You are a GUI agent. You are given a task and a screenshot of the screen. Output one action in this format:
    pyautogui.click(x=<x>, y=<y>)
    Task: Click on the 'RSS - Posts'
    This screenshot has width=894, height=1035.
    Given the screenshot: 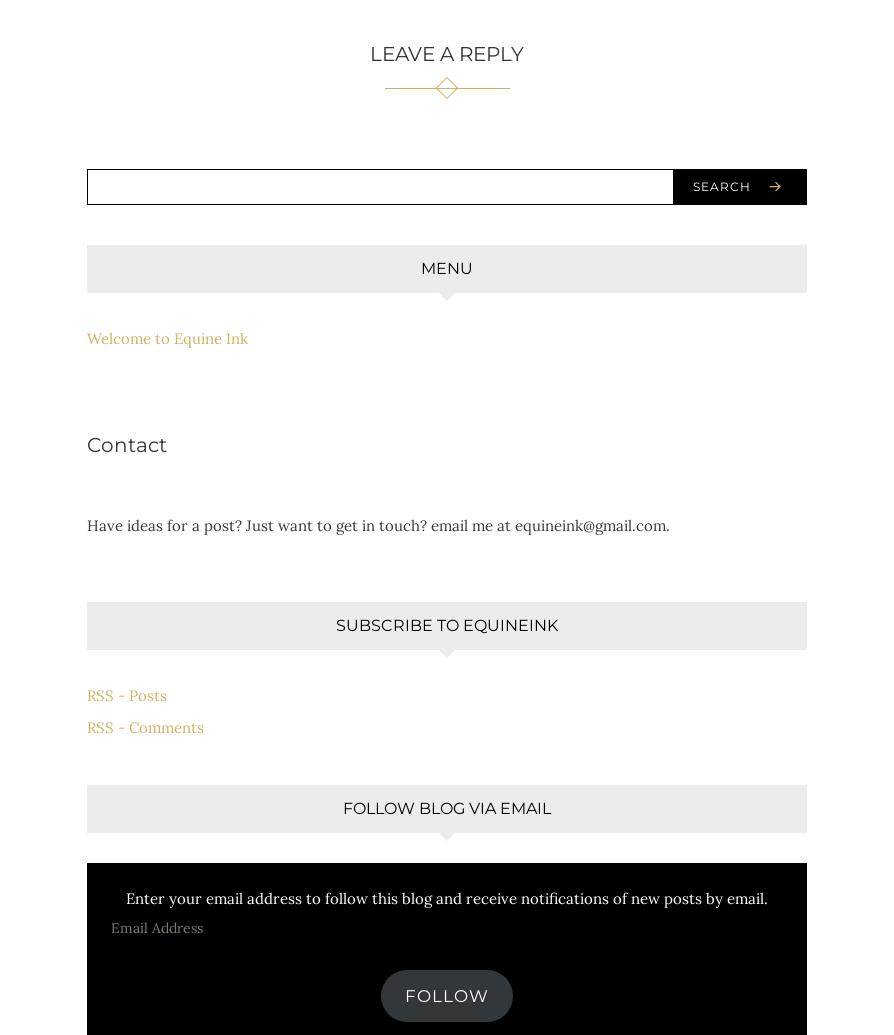 What is the action you would take?
    pyautogui.click(x=86, y=693)
    